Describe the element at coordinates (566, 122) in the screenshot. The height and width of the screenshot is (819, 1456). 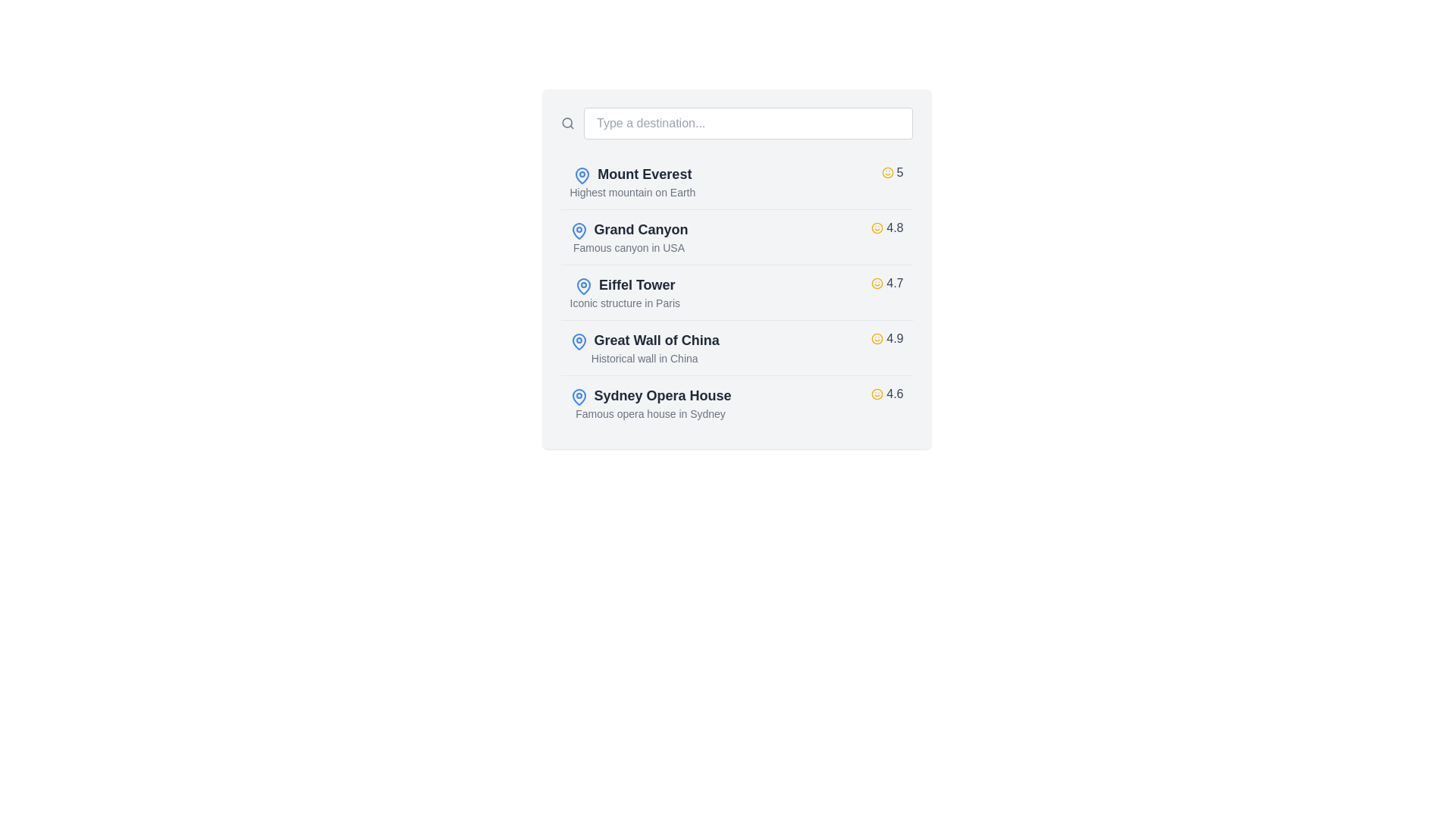
I see `the search icon represented by a gray magnifying glass, located next to the text input box labeled 'Type a destination...', to trigger potential tooltip or visual feedback` at that location.